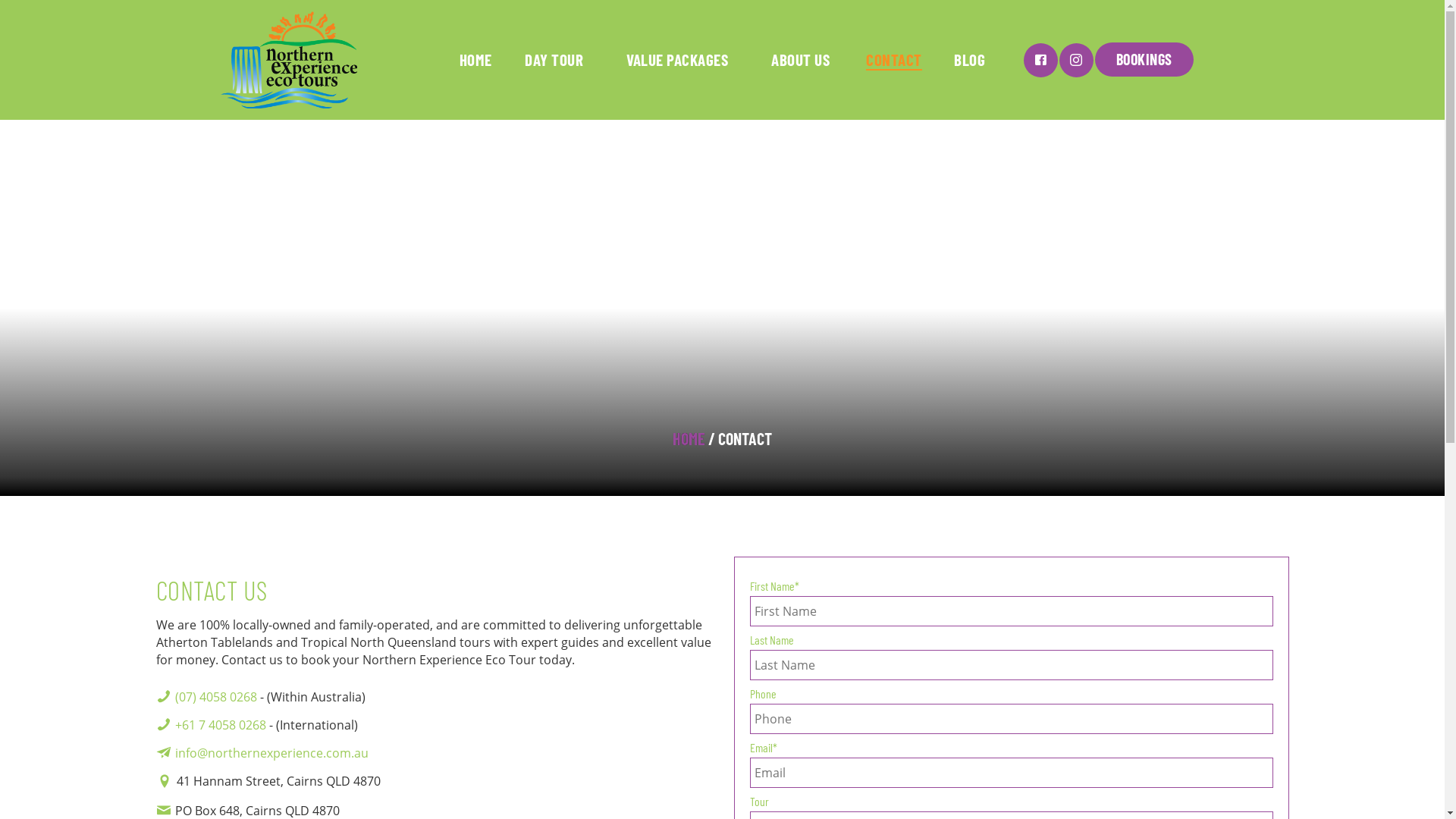 Image resolution: width=1456 pixels, height=819 pixels. What do you see at coordinates (174, 724) in the screenshot?
I see `'+61 7 4058 0268'` at bounding box center [174, 724].